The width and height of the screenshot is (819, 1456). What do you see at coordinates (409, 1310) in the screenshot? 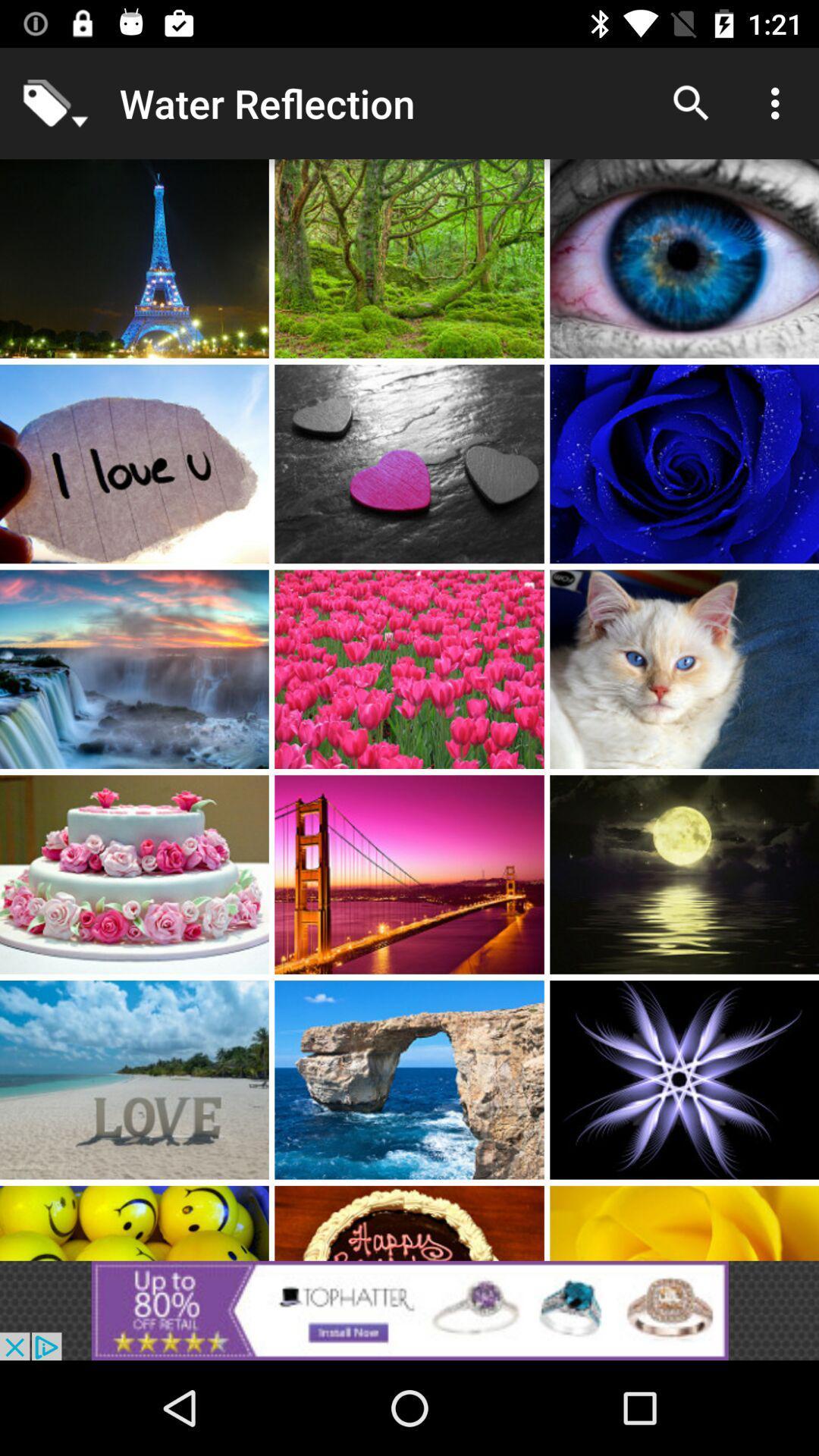
I see `click on this advertisement` at bounding box center [409, 1310].